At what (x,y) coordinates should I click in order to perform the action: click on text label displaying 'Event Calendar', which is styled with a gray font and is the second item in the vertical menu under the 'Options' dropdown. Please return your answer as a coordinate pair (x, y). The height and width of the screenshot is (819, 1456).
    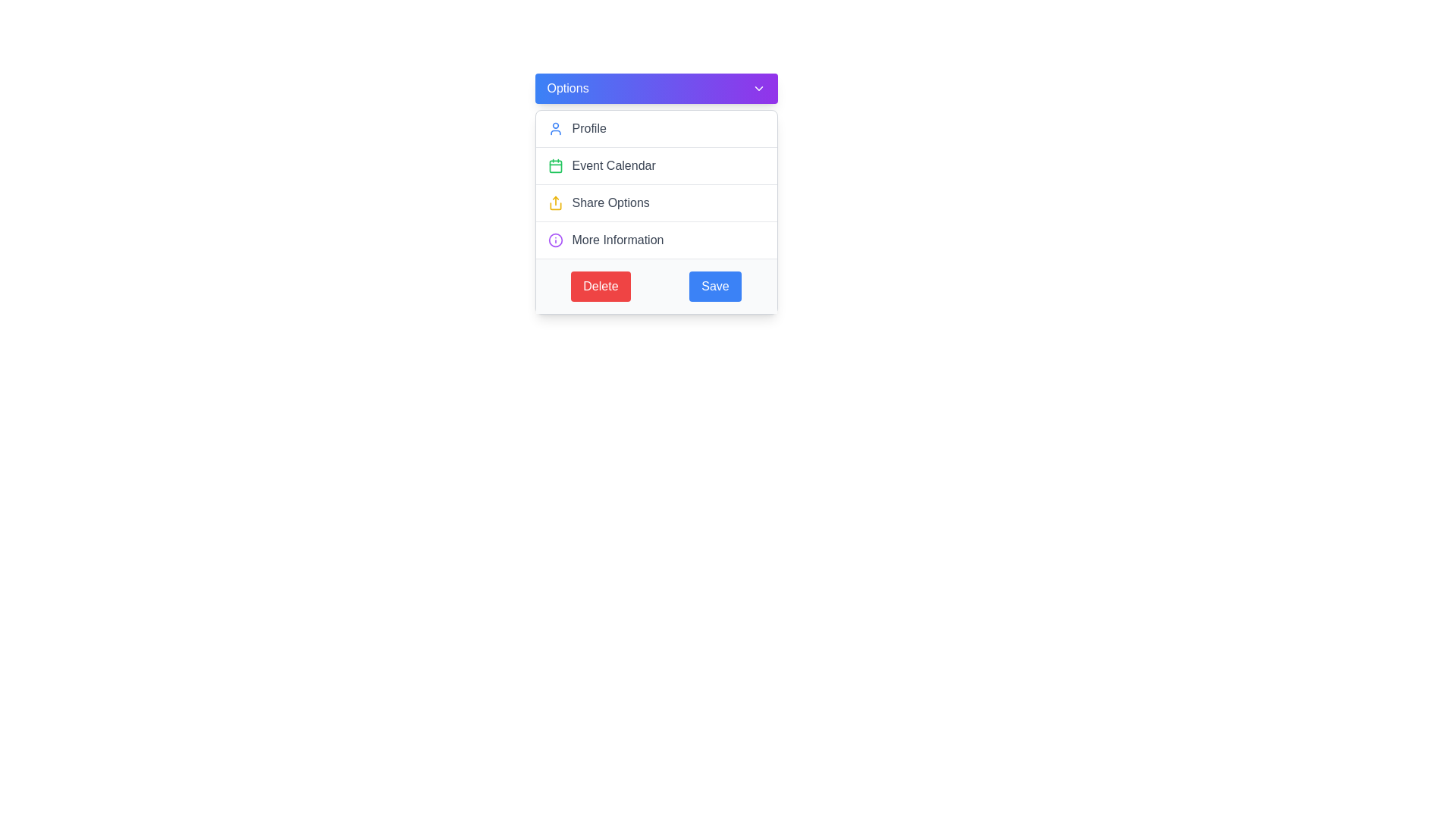
    Looking at the image, I should click on (613, 166).